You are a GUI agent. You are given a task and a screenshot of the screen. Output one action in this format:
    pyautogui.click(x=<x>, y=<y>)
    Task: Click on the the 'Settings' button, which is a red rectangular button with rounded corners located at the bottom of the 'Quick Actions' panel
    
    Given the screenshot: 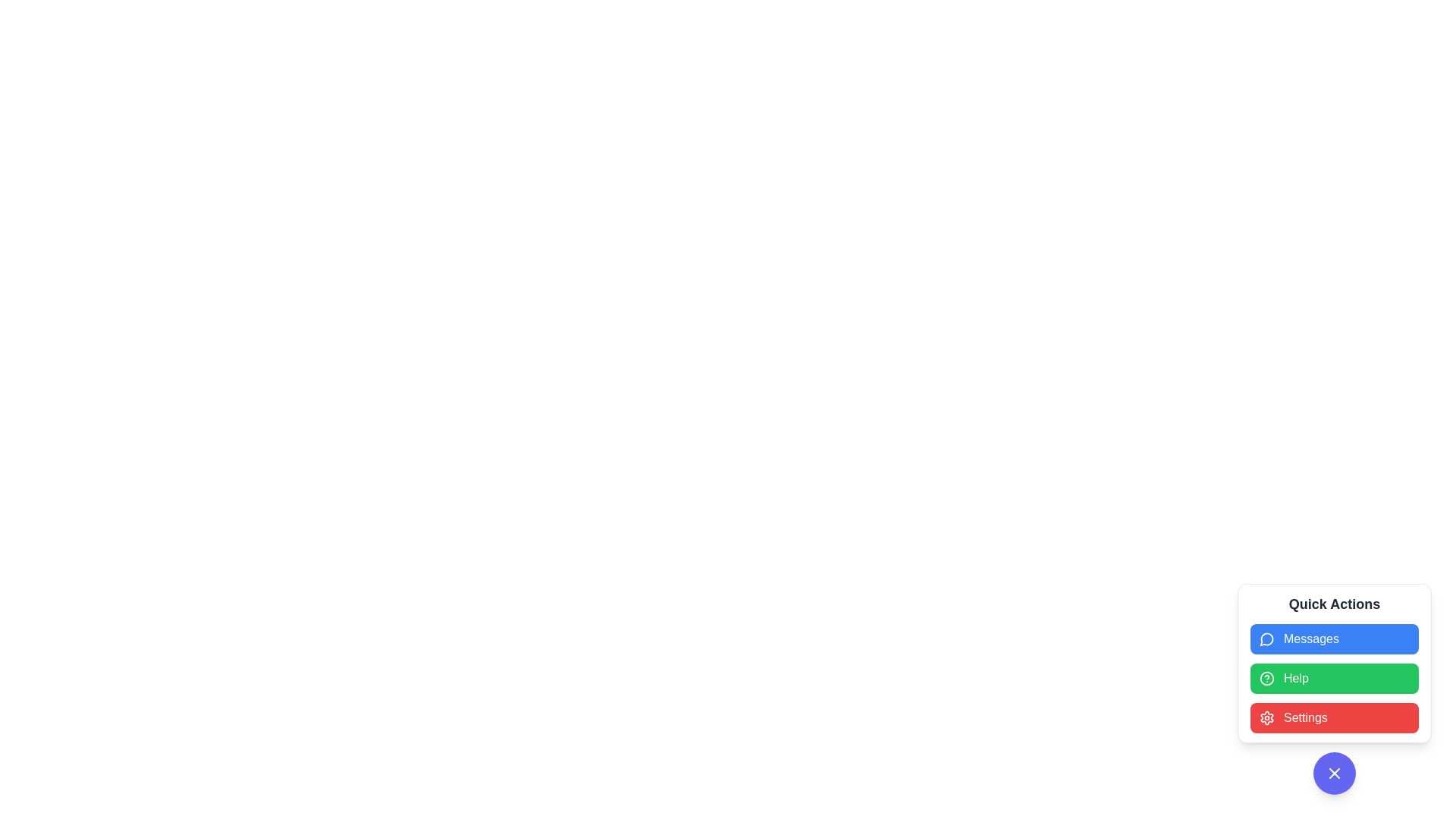 What is the action you would take?
    pyautogui.click(x=1335, y=717)
    